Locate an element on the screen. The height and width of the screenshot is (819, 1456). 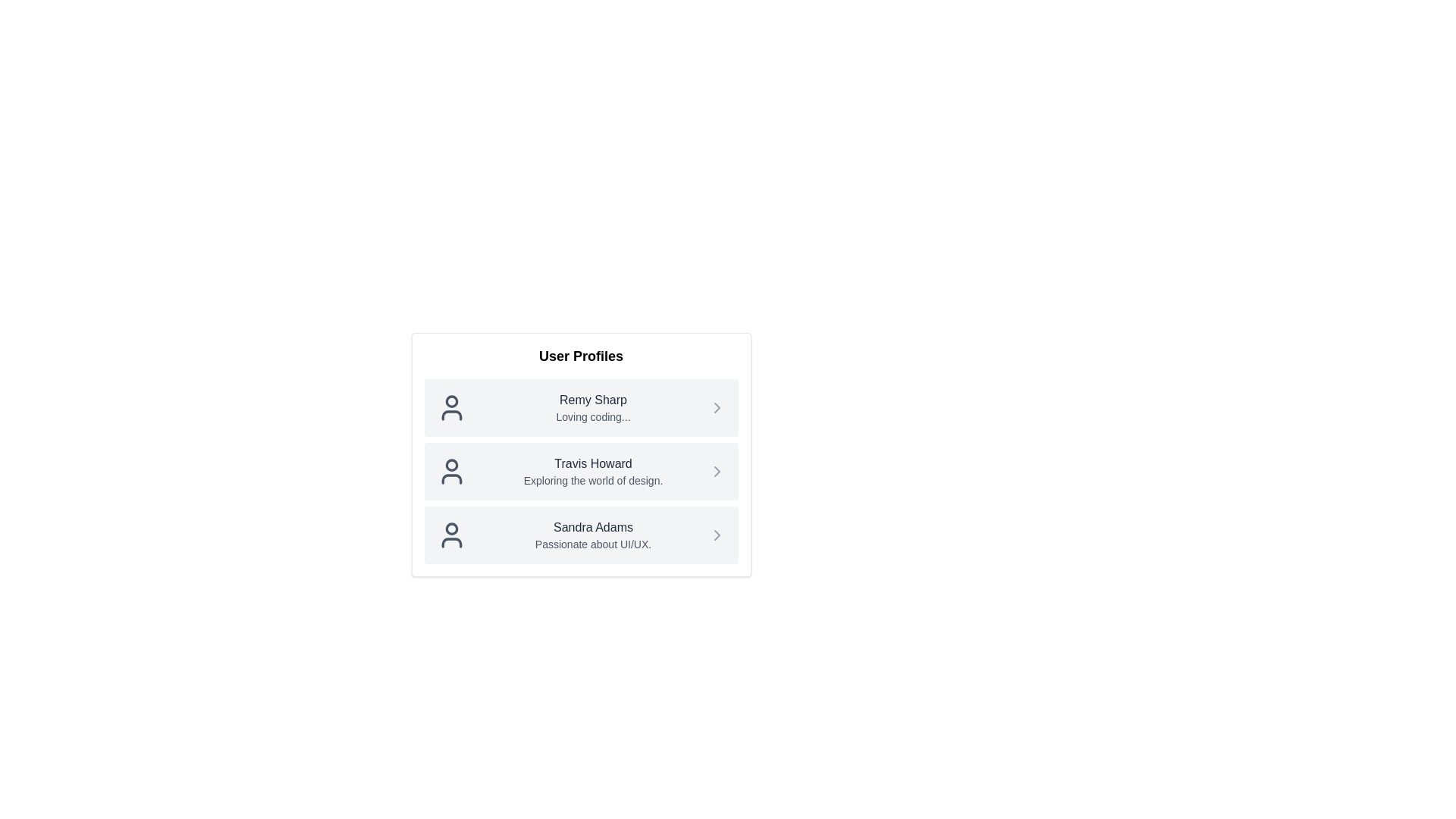
the descriptive subtitle or short bio text for the user named 'Travis Howard', which is located directly below the name in the User Profiles section is located at coordinates (592, 480).